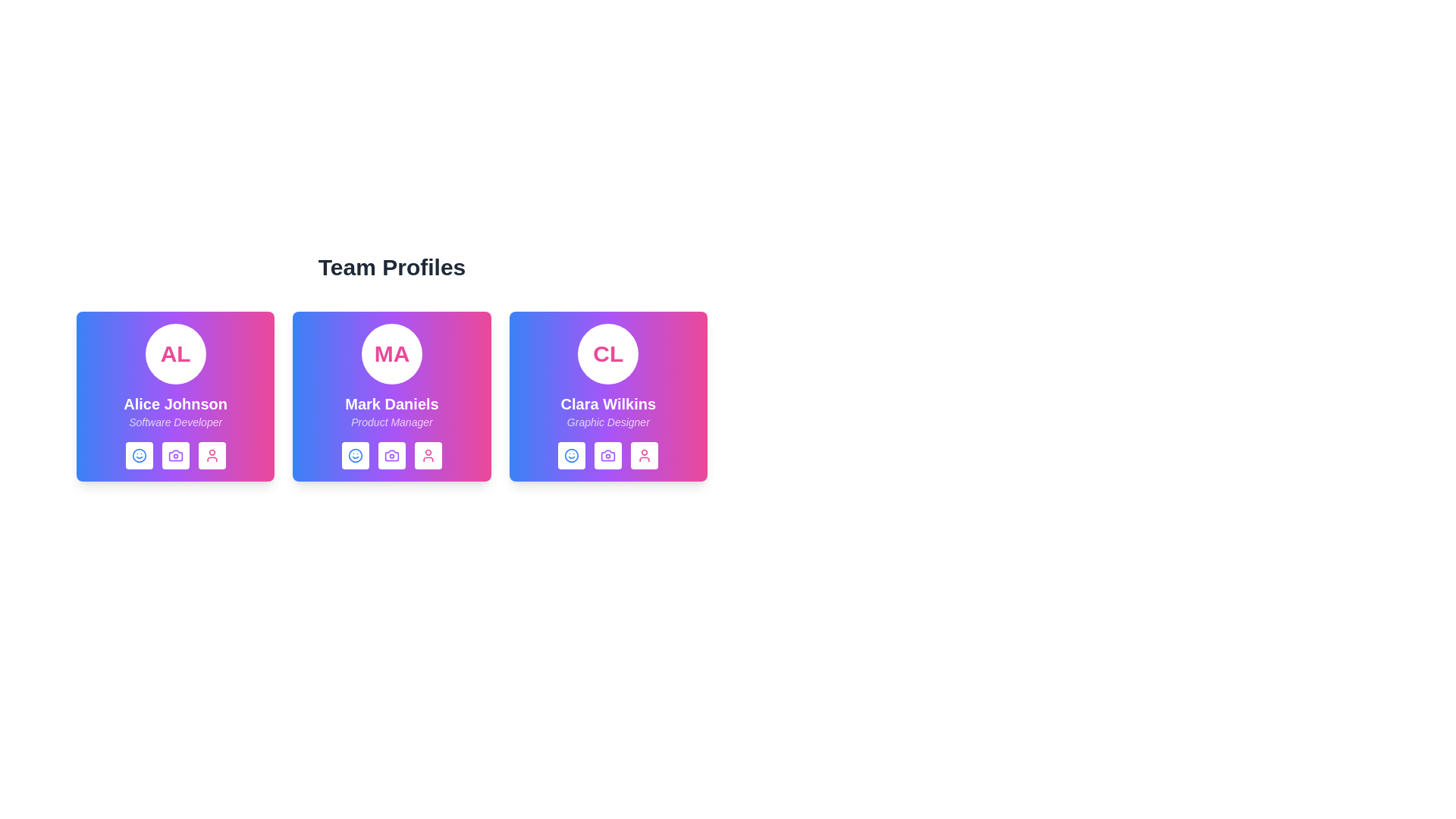  Describe the element at coordinates (175, 396) in the screenshot. I see `the Profile card displaying 'AL' in bold pink text, which features a gradient background from blue to pink` at that location.